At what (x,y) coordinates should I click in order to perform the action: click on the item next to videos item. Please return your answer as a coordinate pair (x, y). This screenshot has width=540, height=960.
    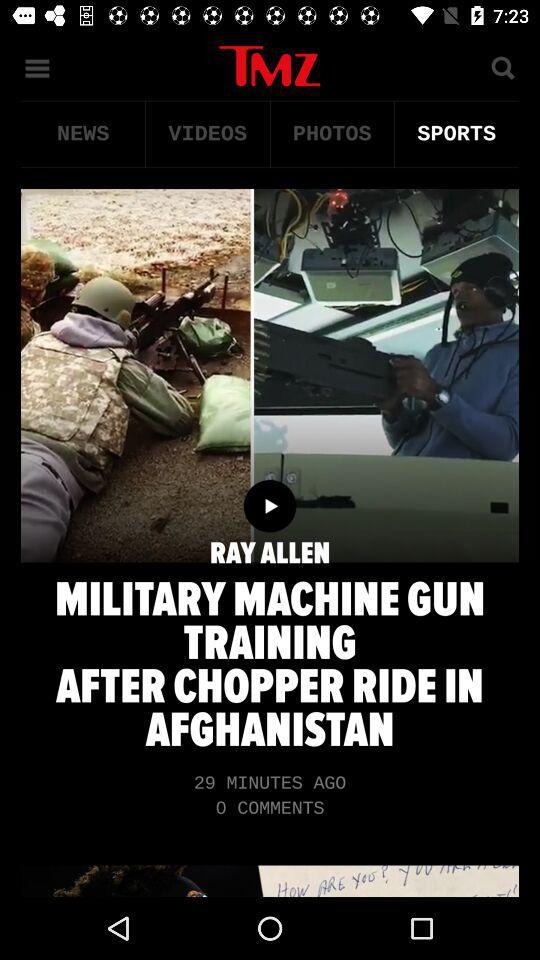
    Looking at the image, I should click on (332, 133).